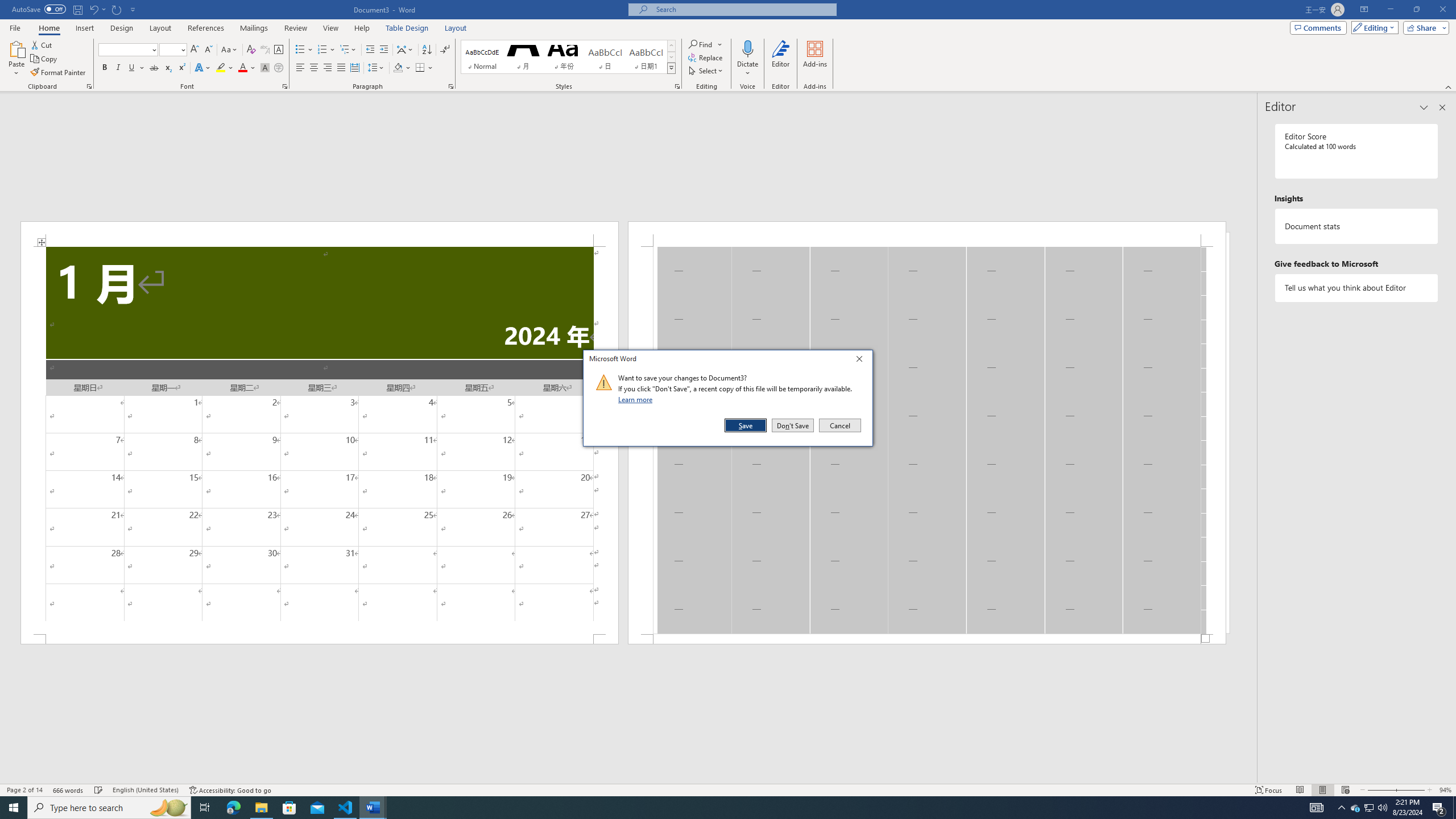  Describe the element at coordinates (1416, 9) in the screenshot. I see `'Restore Down'` at that location.